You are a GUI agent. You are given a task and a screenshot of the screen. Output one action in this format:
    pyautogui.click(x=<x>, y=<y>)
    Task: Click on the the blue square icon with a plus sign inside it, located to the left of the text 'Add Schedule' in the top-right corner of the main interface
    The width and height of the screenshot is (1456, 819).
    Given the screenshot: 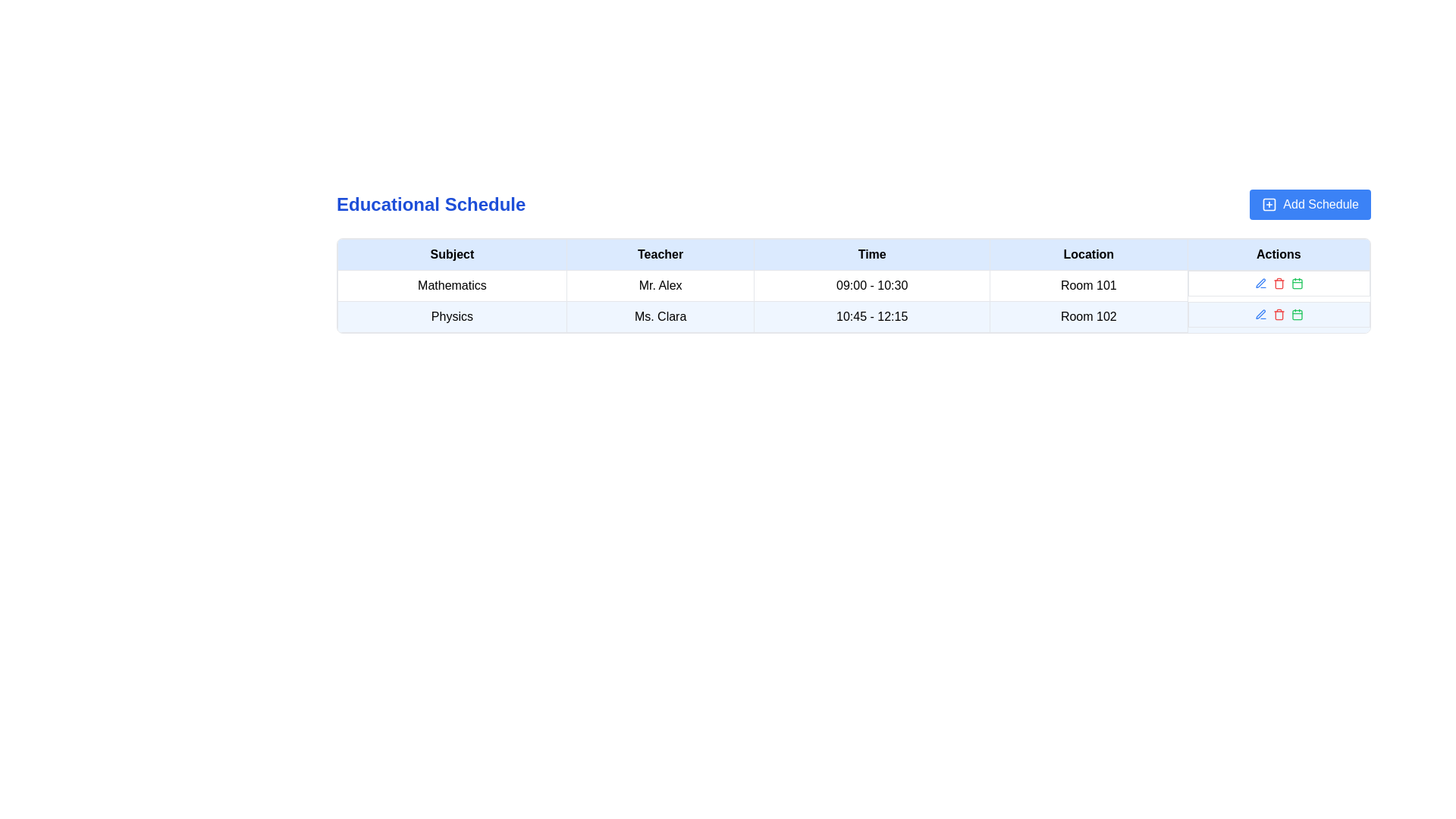 What is the action you would take?
    pyautogui.click(x=1269, y=205)
    